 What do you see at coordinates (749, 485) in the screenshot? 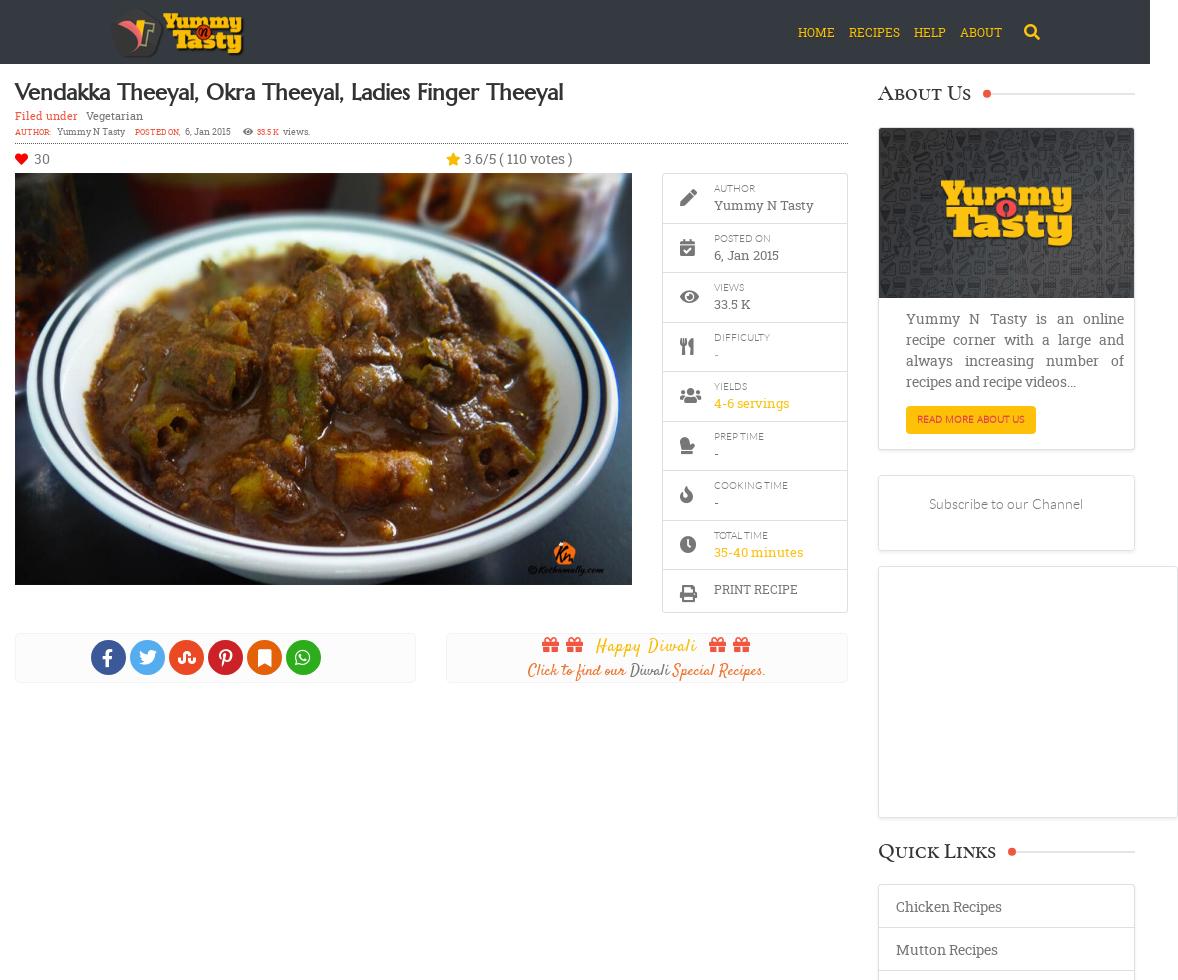
I see `'Cooking Time'` at bounding box center [749, 485].